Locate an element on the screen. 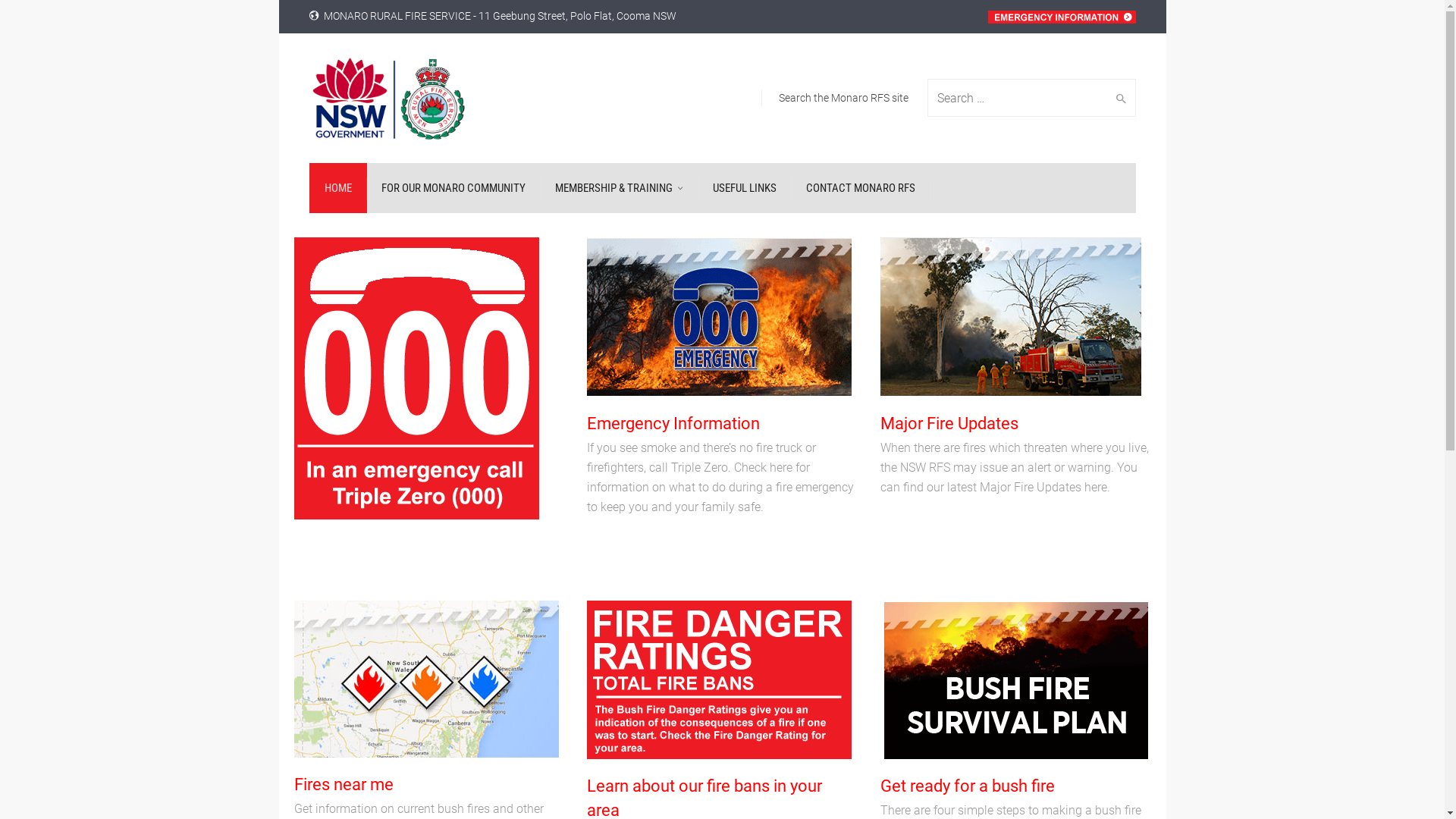 The height and width of the screenshot is (819, 1456). 'BFSP_contentbox' is located at coordinates (1015, 679).